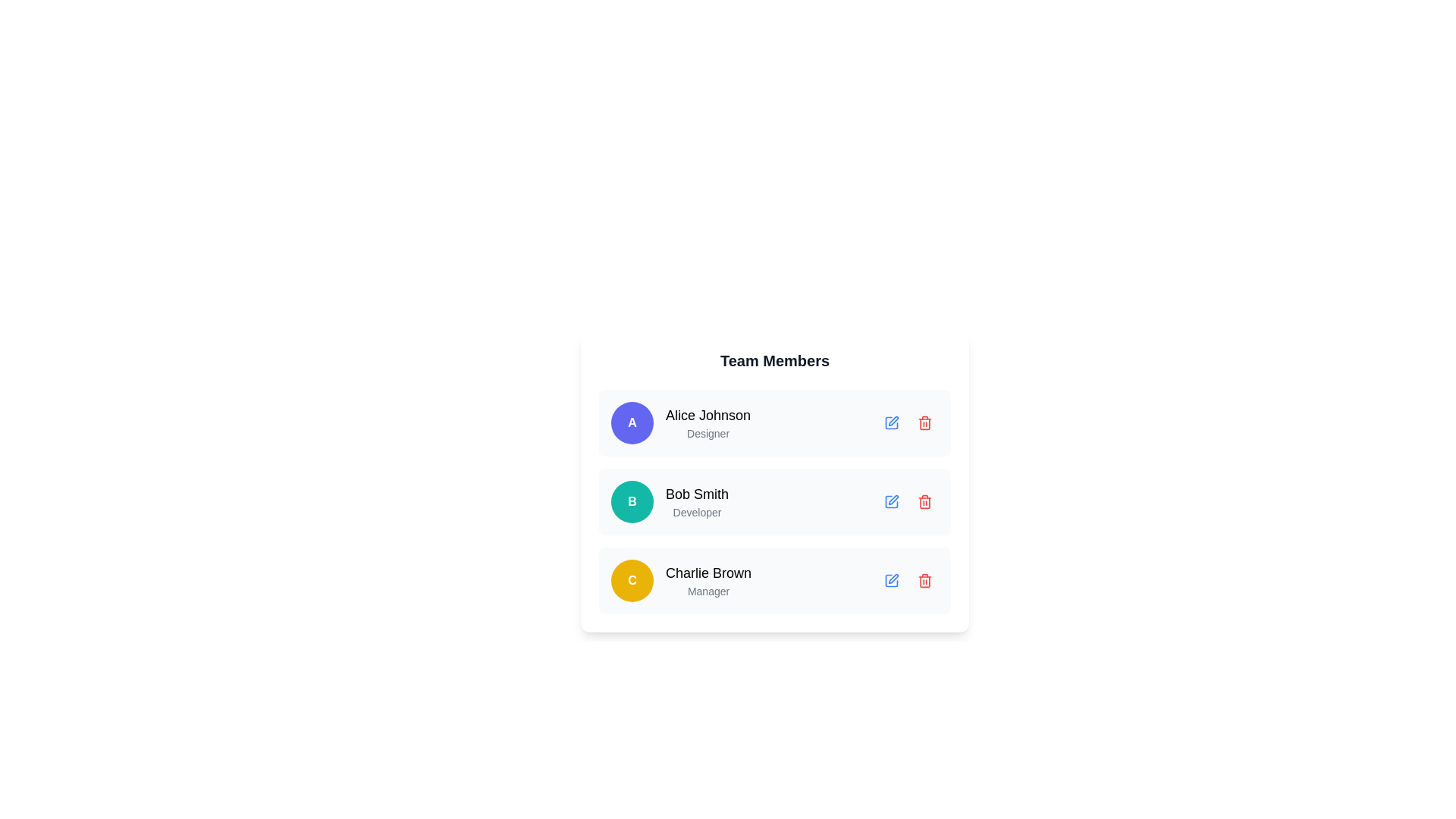 This screenshot has width=1456, height=819. I want to click on the static text label 'Bob Smith', which identifies a team member in the list, positioned between 'Alice Johnson' and 'Charlie Brown' with a teal circular indicator on the left, so click(696, 494).